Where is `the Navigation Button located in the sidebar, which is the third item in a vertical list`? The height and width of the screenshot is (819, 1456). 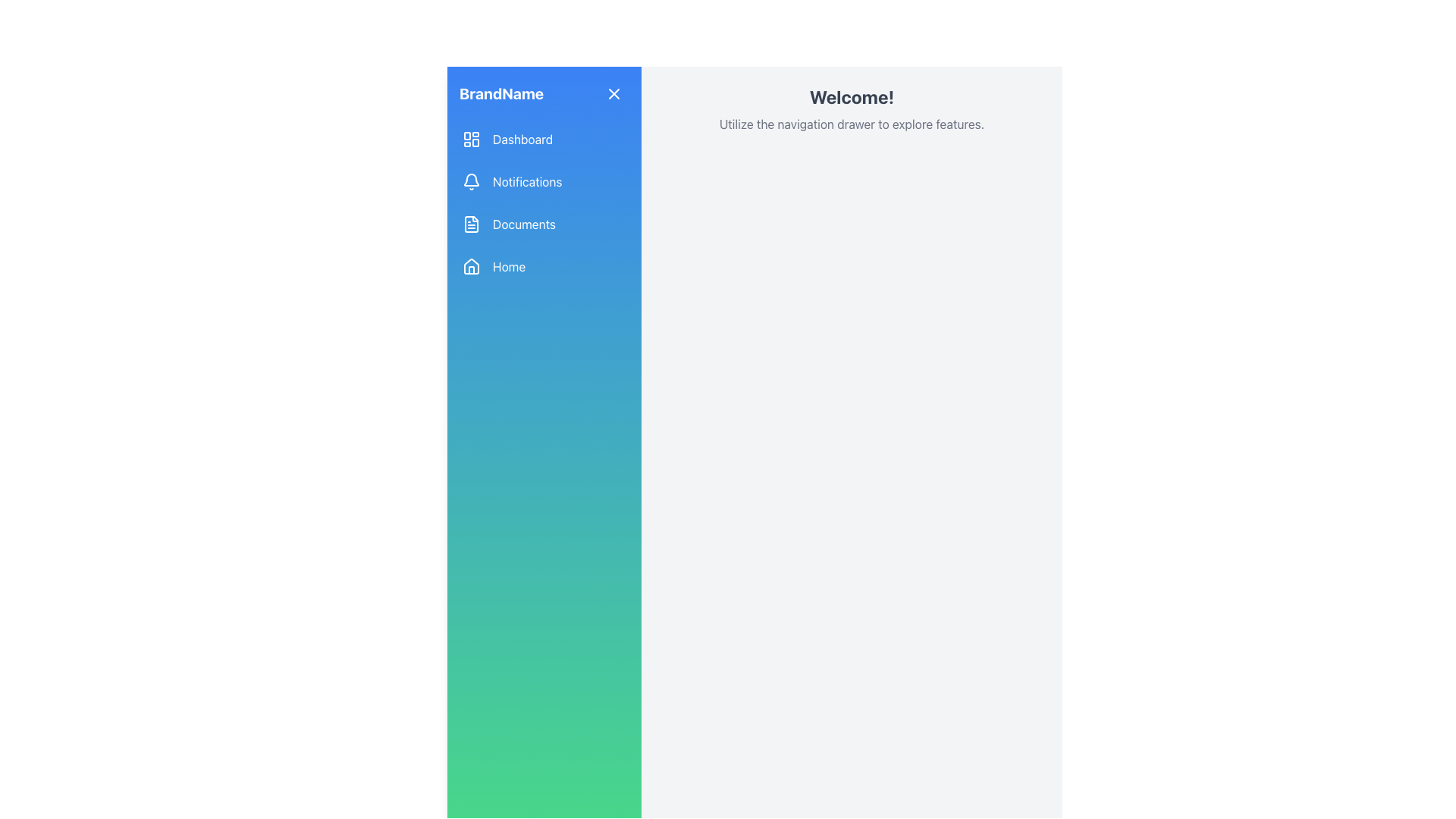
the Navigation Button located in the sidebar, which is the third item in a vertical list is located at coordinates (509, 224).